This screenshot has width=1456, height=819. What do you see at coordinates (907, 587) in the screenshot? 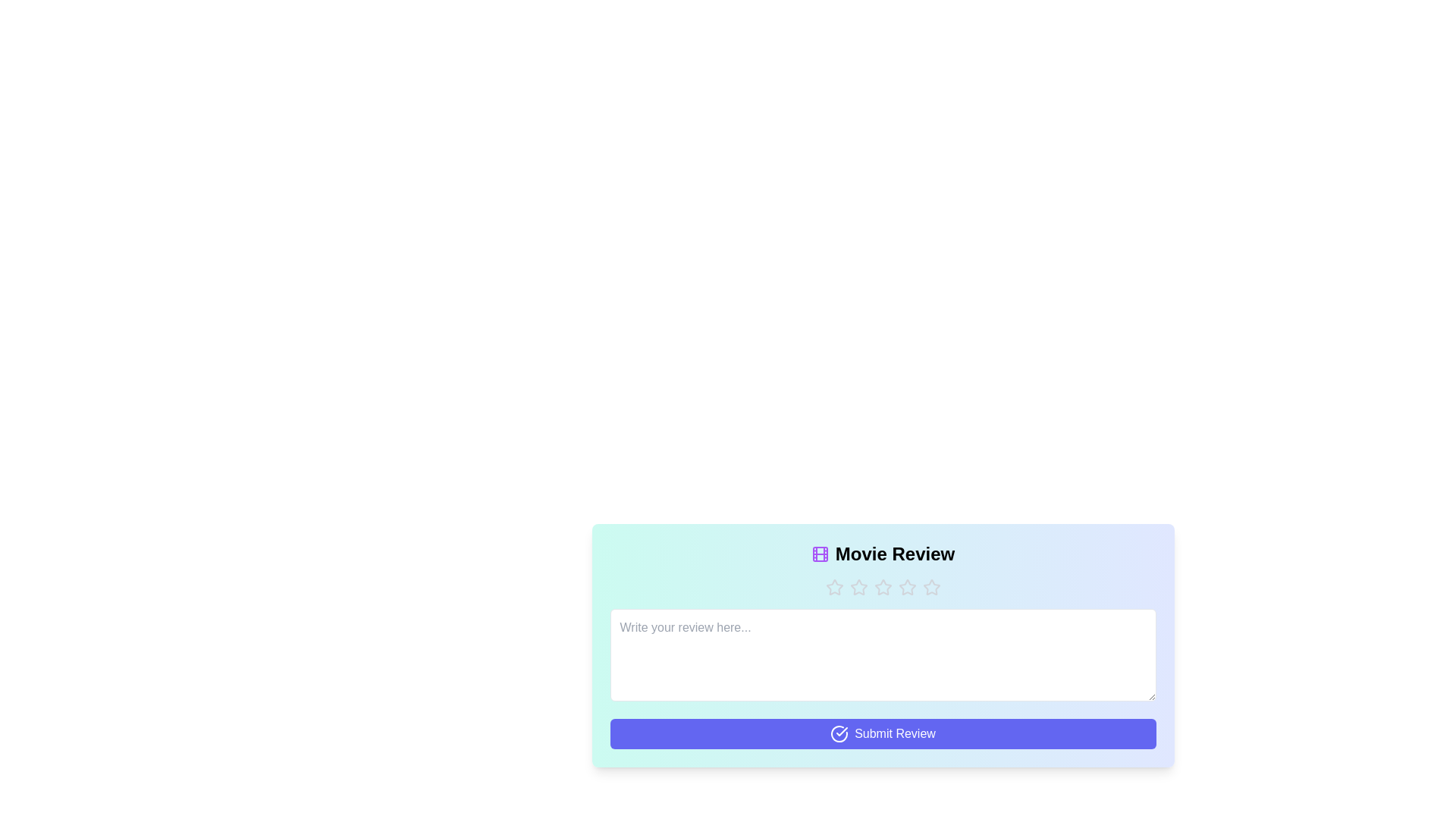
I see `the star corresponding to the desired rating 4` at bounding box center [907, 587].